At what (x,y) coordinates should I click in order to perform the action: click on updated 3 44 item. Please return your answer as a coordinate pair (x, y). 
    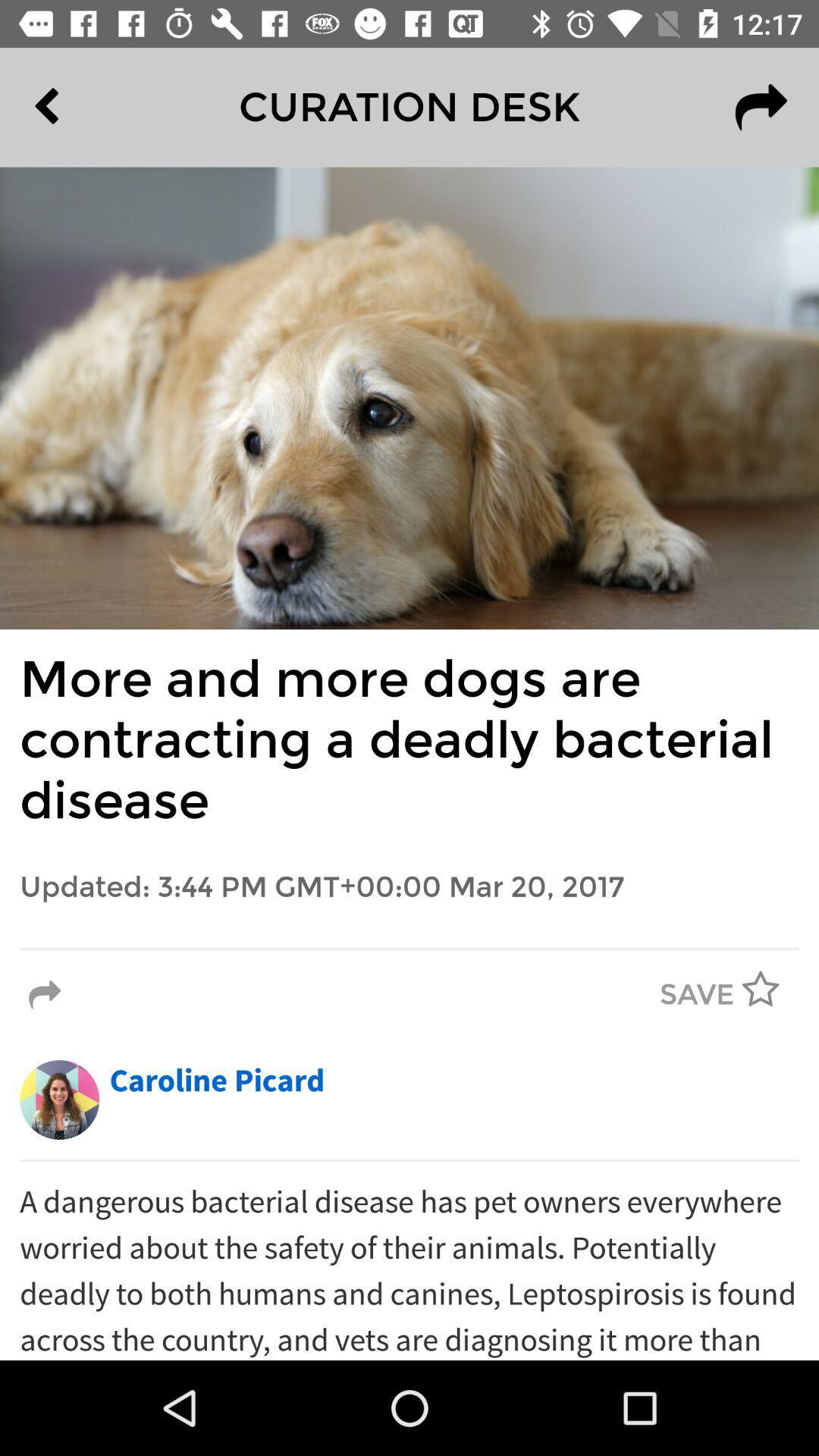
    Looking at the image, I should click on (409, 887).